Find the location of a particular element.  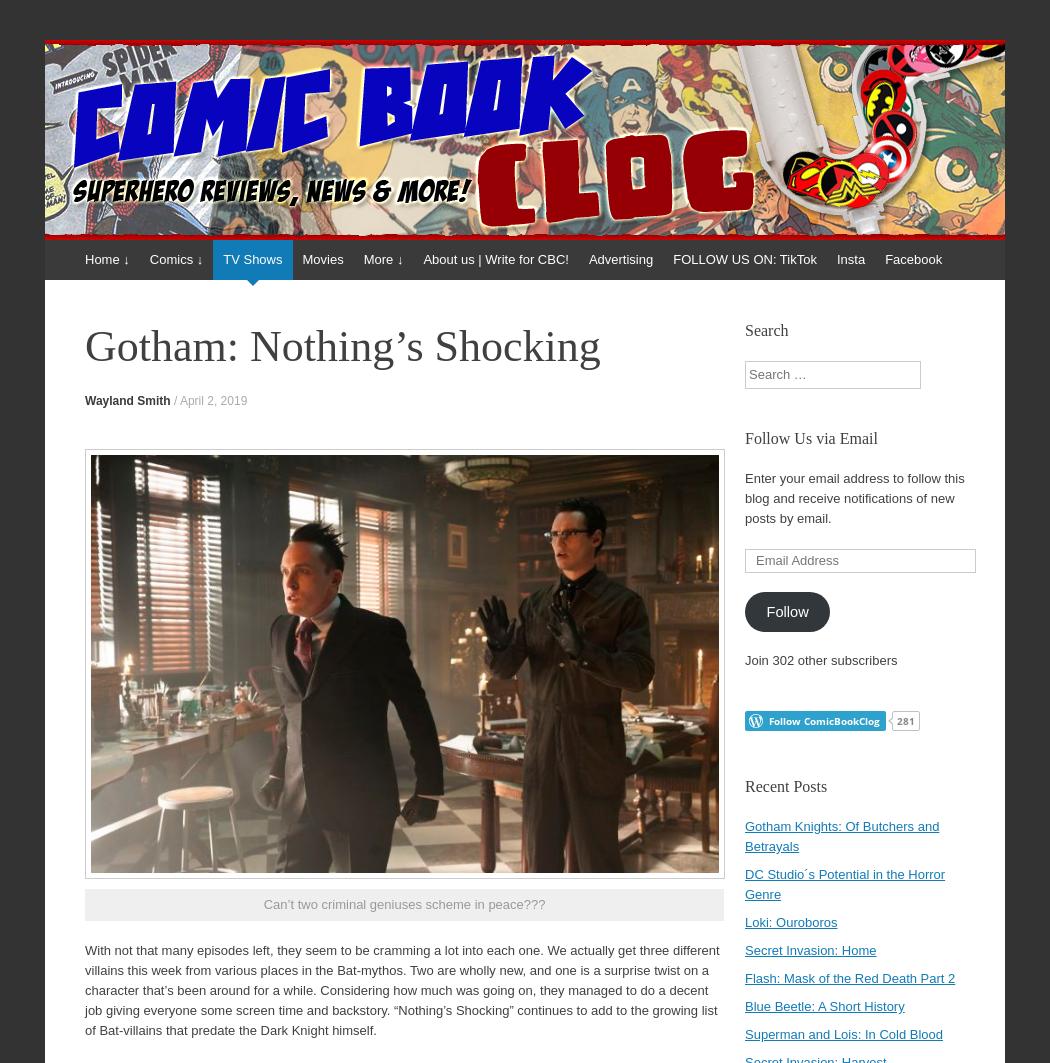

'Can’t two criminal geniuses scheme in peace???' is located at coordinates (404, 903).